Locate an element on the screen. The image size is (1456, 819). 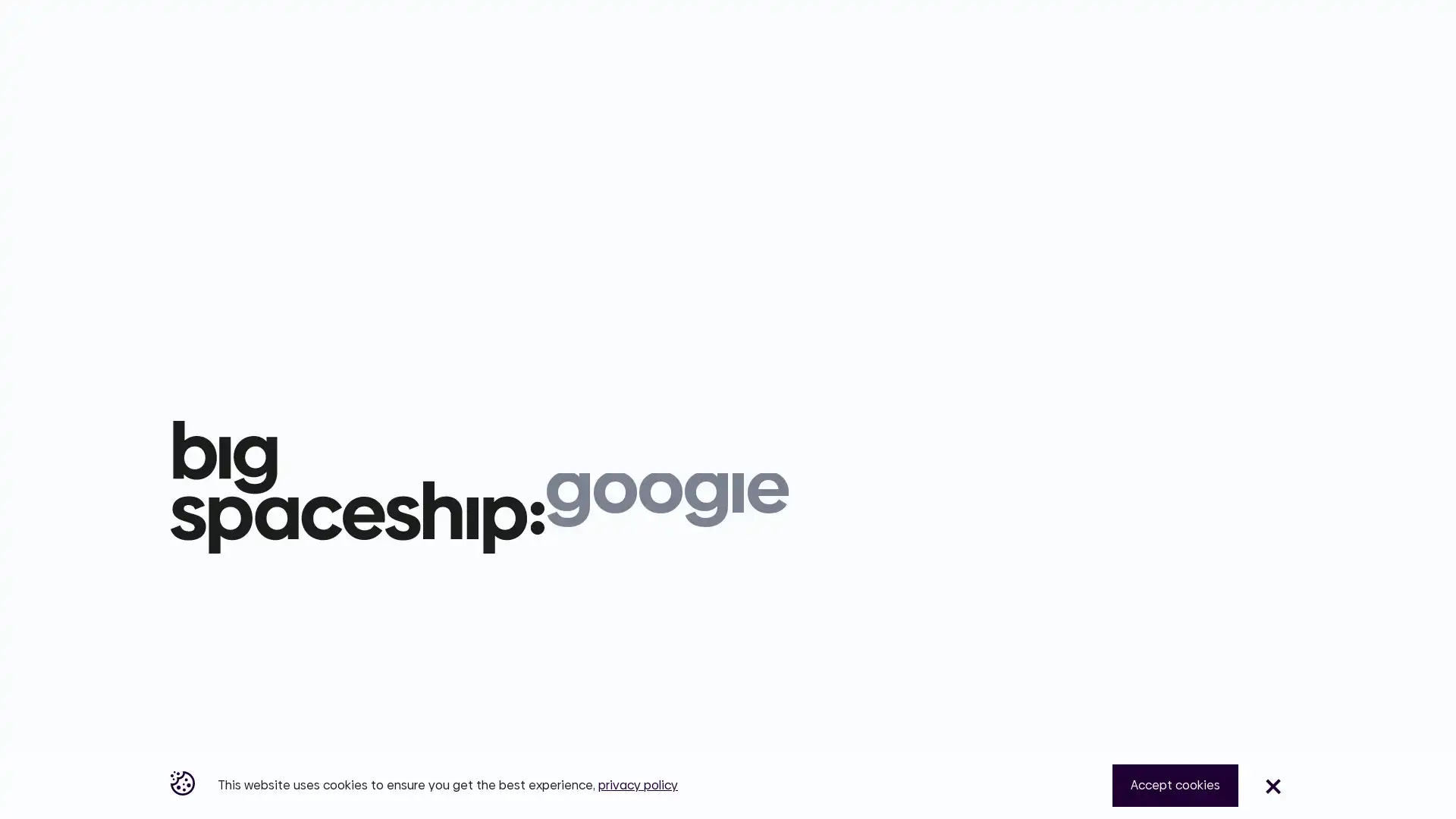
Close is located at coordinates (1273, 786).